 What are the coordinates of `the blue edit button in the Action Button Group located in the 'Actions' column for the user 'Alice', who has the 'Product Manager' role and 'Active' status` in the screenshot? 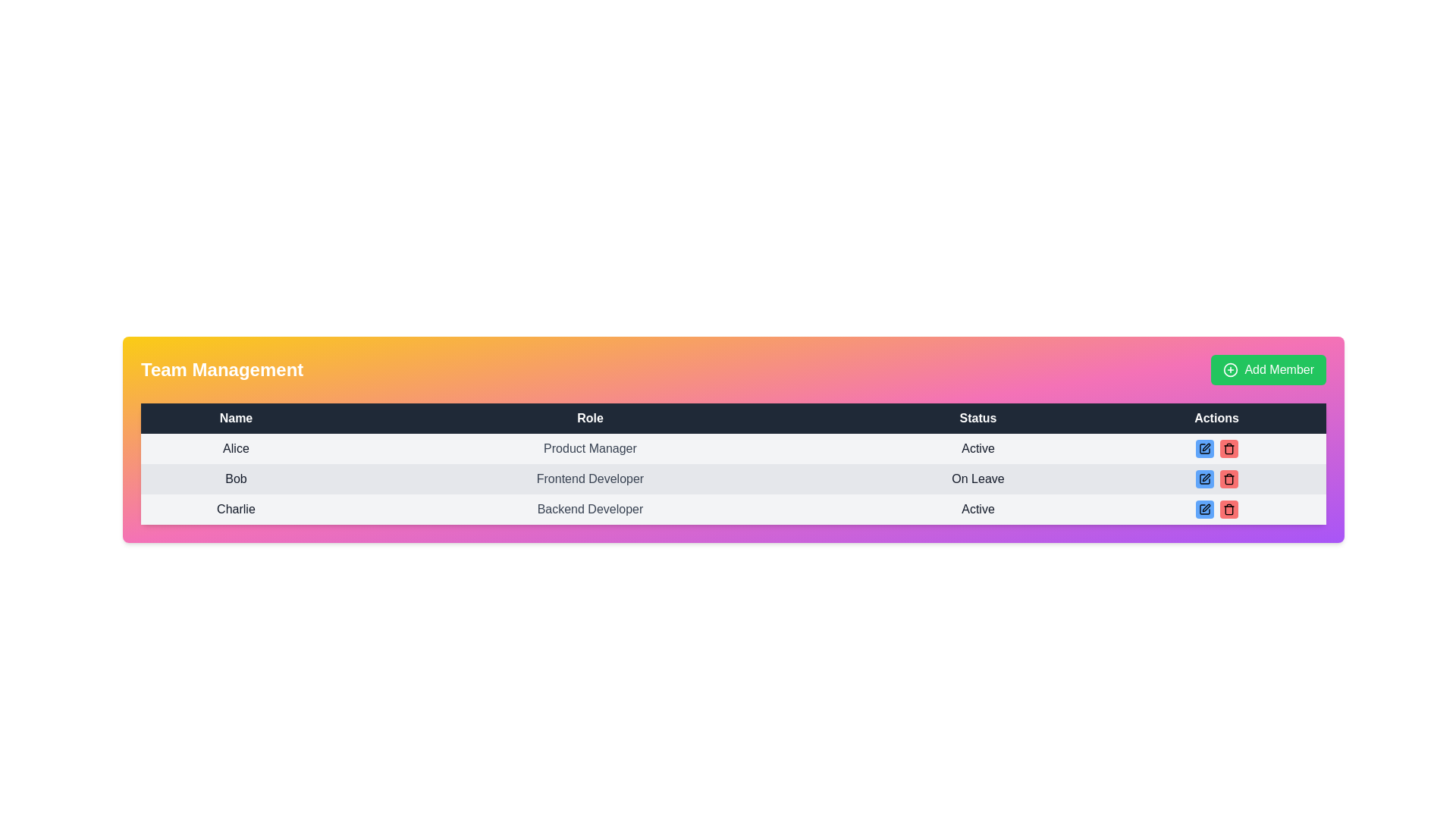 It's located at (1216, 447).